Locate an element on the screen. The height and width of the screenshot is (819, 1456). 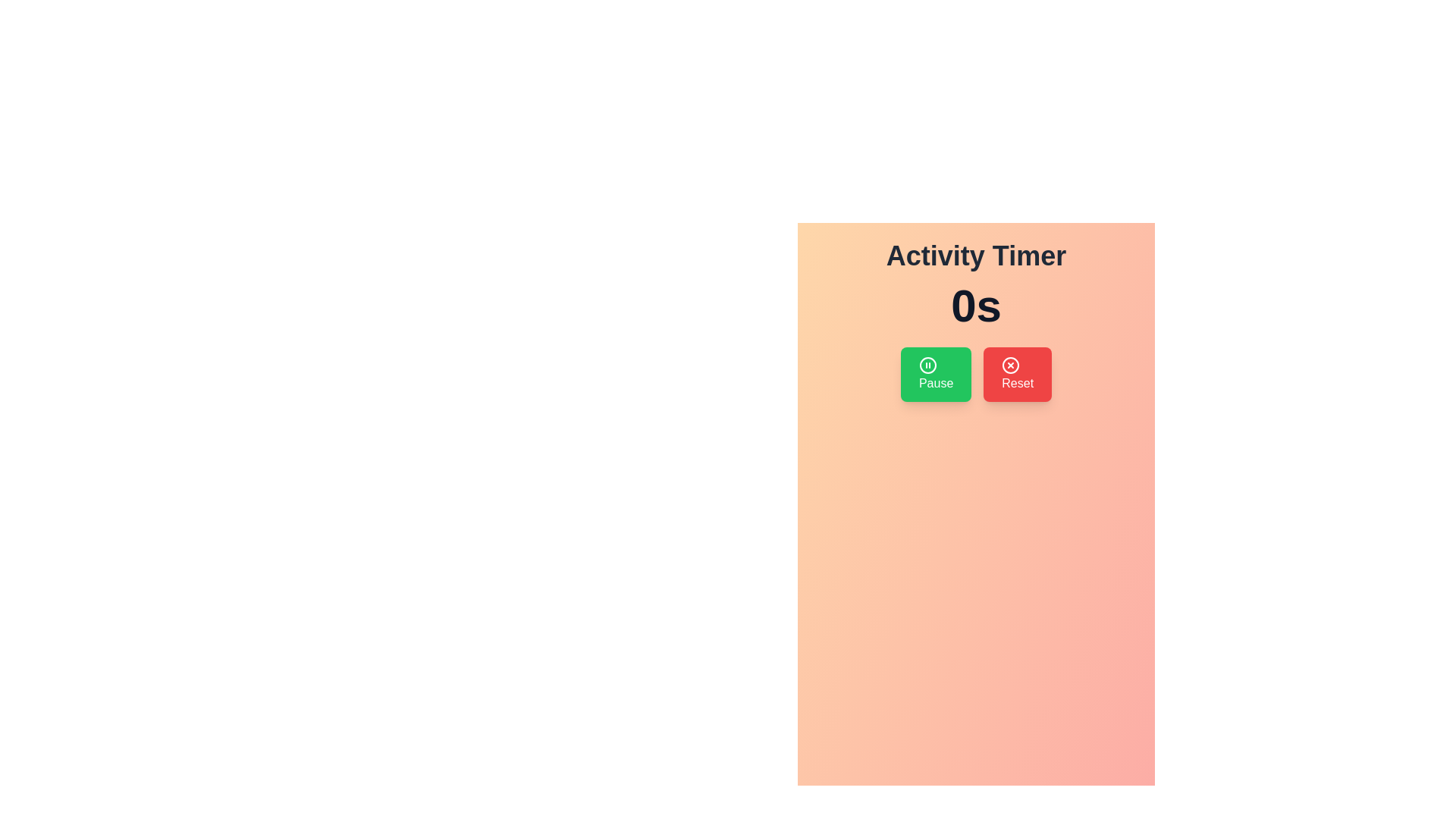
the large bold text displaying '0s' in black, which is located directly below the text 'Activity Timer' and above the buttons labeled 'Pause' and 'Reset' is located at coordinates (976, 306).